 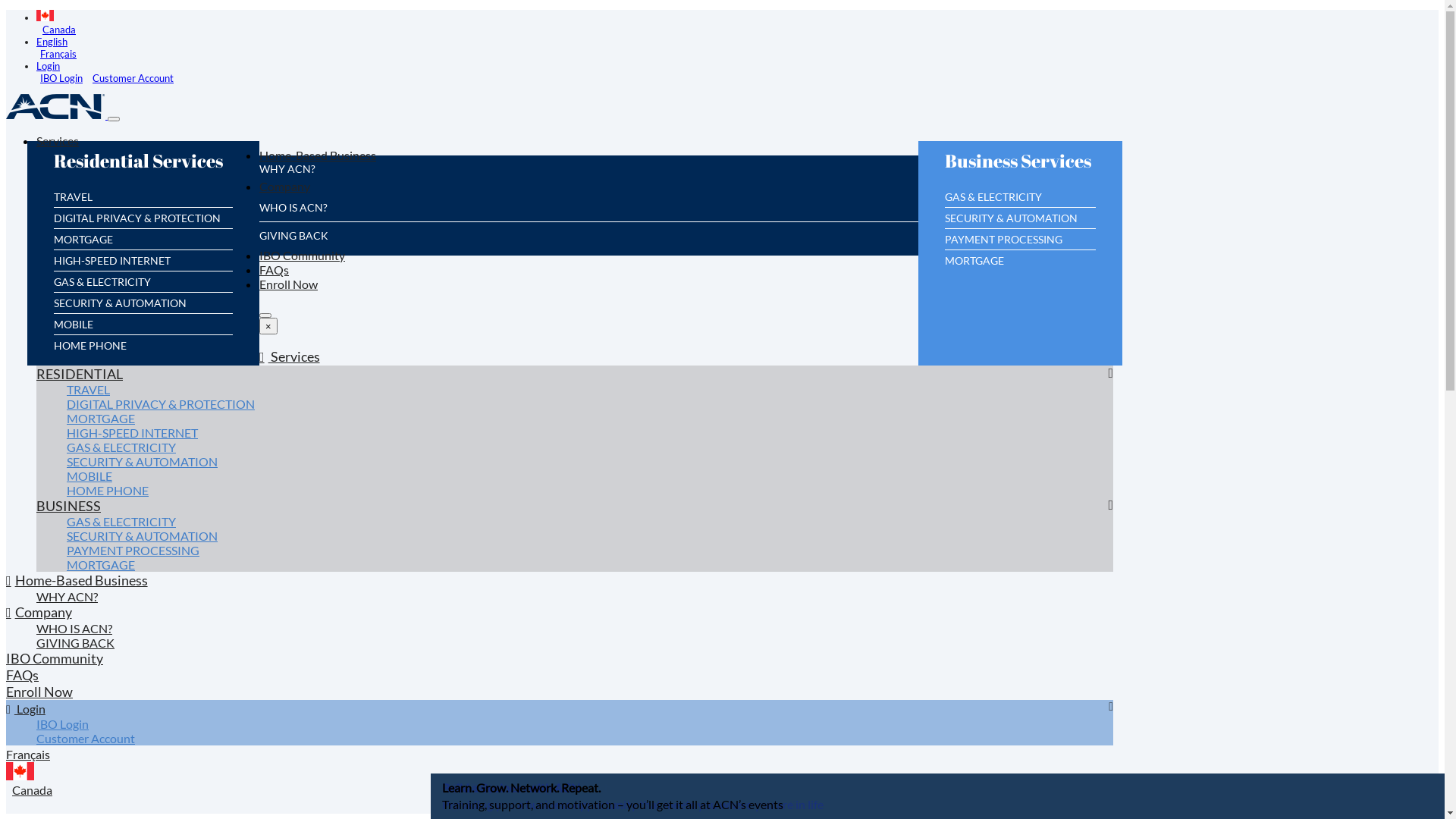 What do you see at coordinates (67, 511) in the screenshot?
I see `'BUSINESS'` at bounding box center [67, 511].